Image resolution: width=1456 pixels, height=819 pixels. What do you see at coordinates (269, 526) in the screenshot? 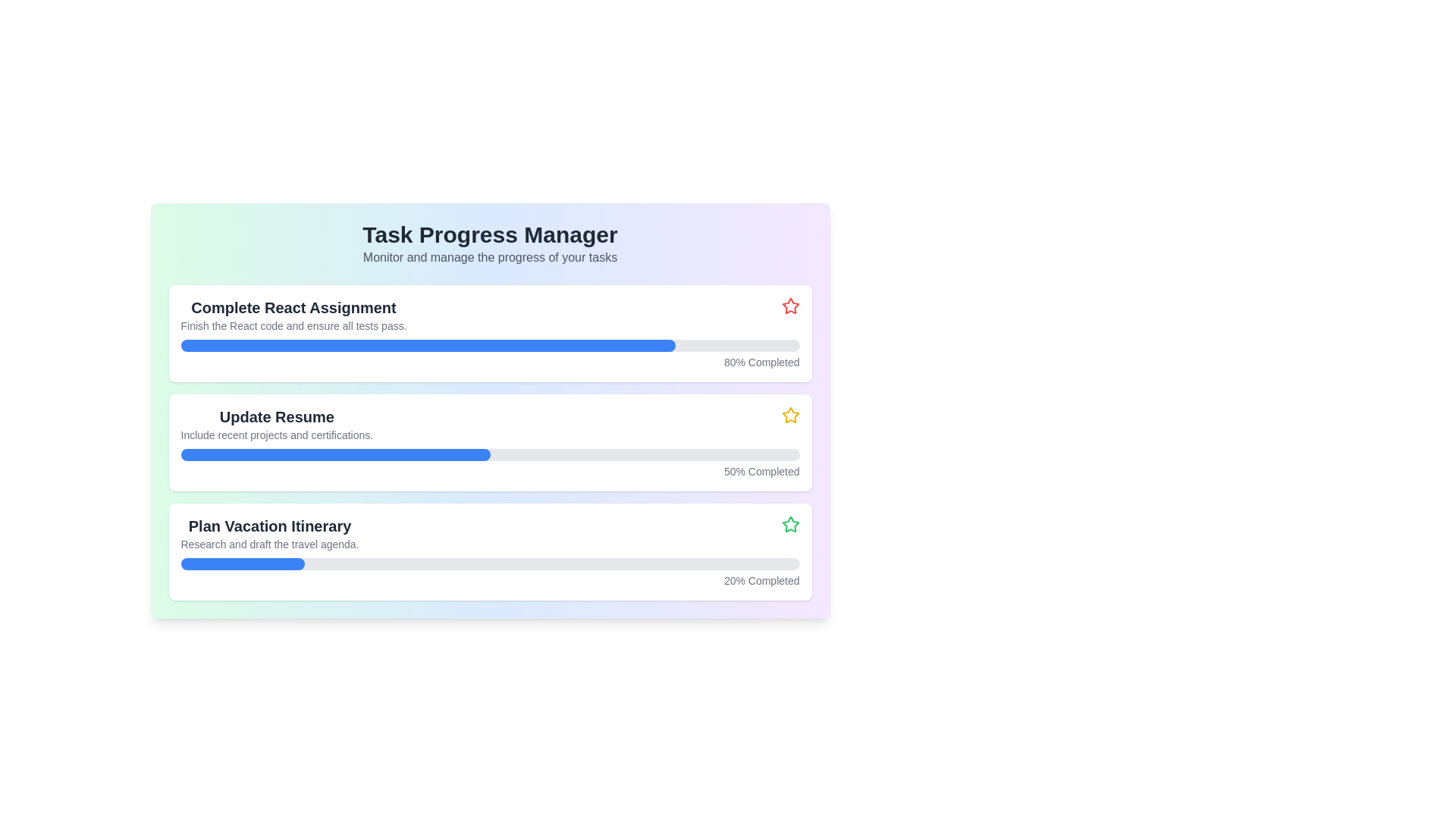
I see `the text label displaying 'Plan Vacation Itinerary', which is prominently positioned as the title of a section in a large, bold, dark gray font on a white background` at bounding box center [269, 526].